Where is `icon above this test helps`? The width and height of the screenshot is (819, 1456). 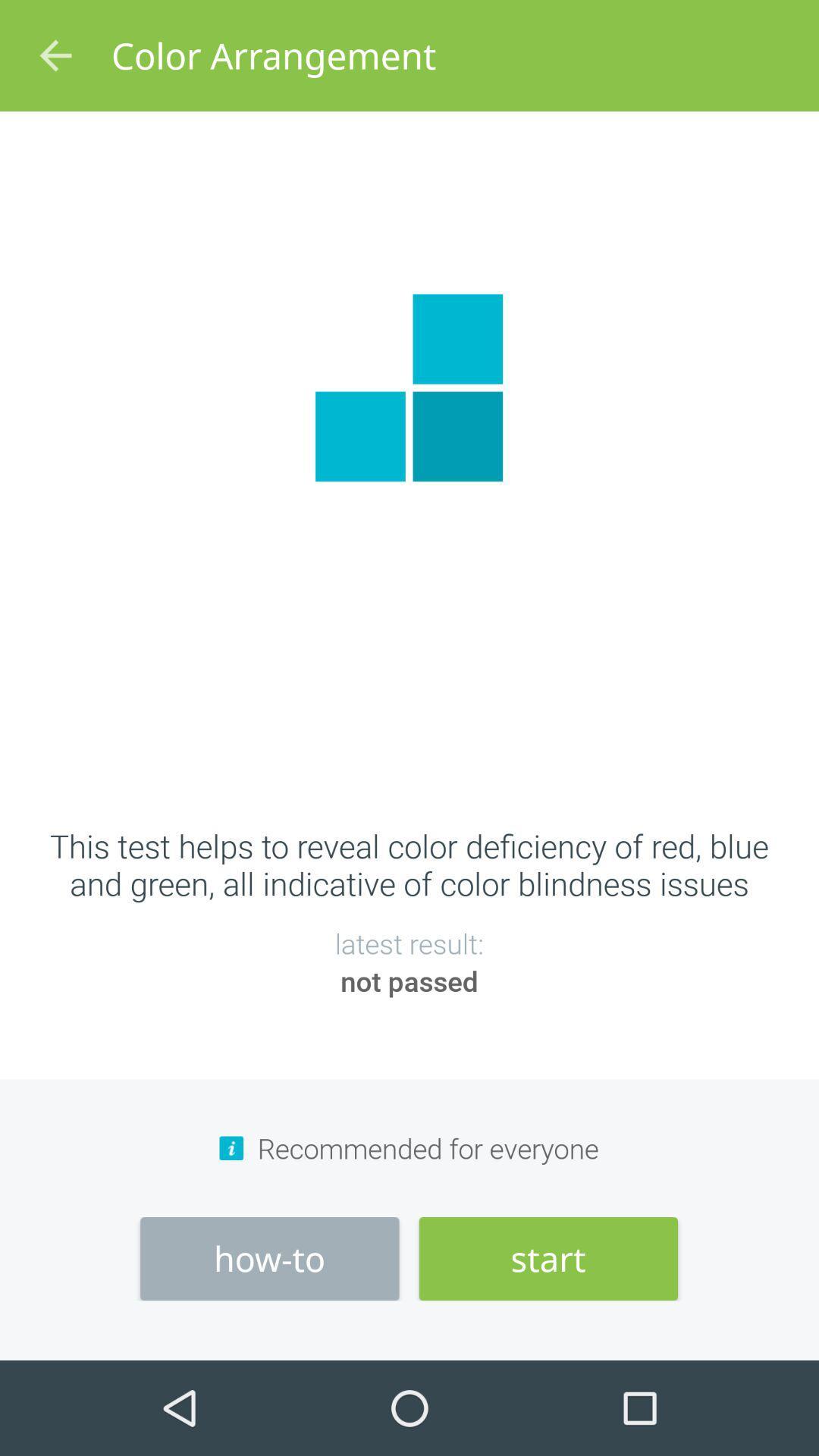 icon above this test helps is located at coordinates (55, 55).